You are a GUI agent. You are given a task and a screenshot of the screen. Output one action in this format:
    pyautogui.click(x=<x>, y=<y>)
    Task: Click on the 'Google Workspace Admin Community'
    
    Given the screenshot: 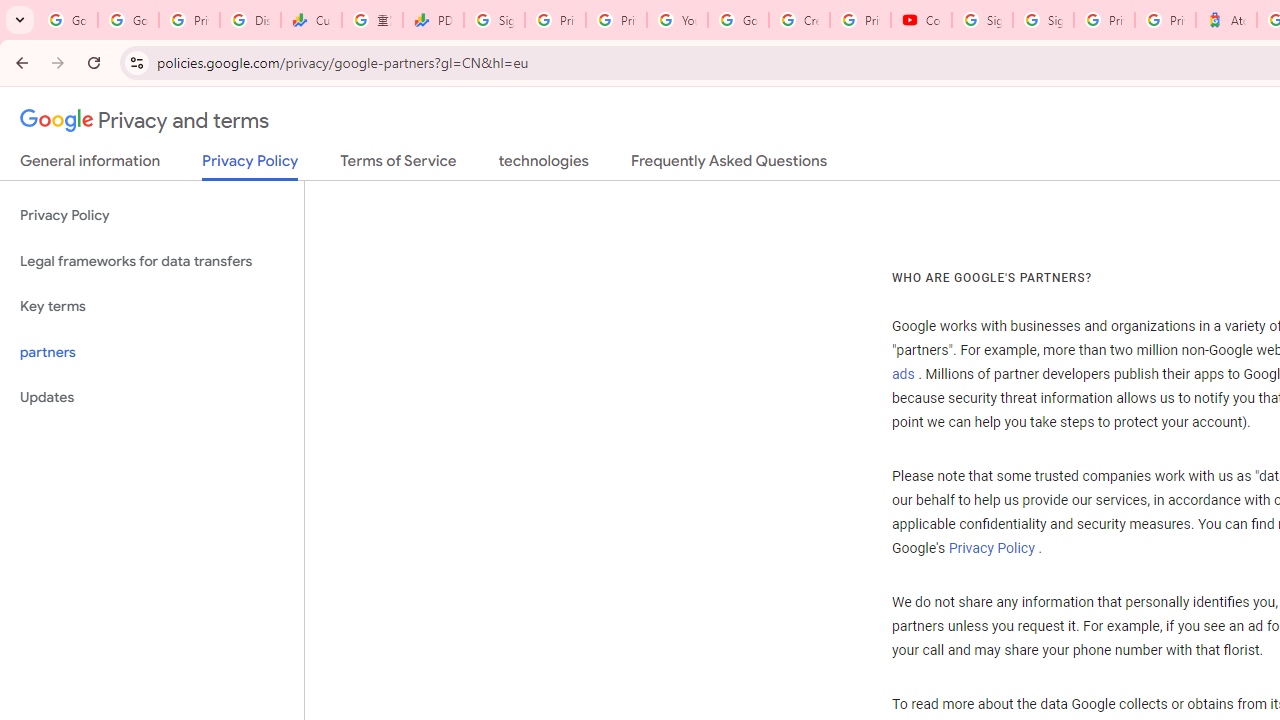 What is the action you would take?
    pyautogui.click(x=67, y=20)
    